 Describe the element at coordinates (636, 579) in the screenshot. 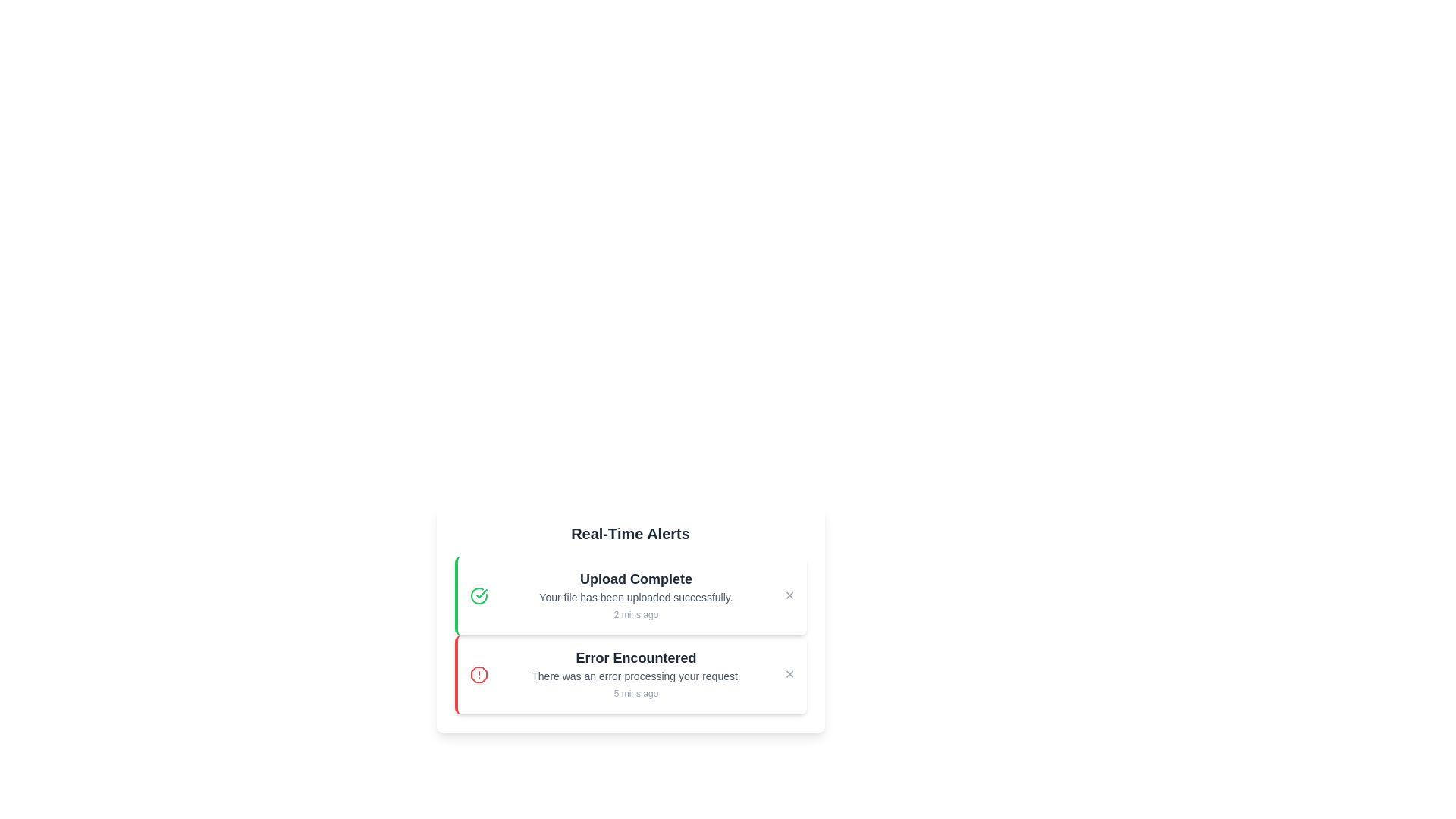

I see `the Text Label that indicates the status of the uploaded file, which shows 'Your file has been uploaded successfully.' in the Real-Time Alerts section` at that location.